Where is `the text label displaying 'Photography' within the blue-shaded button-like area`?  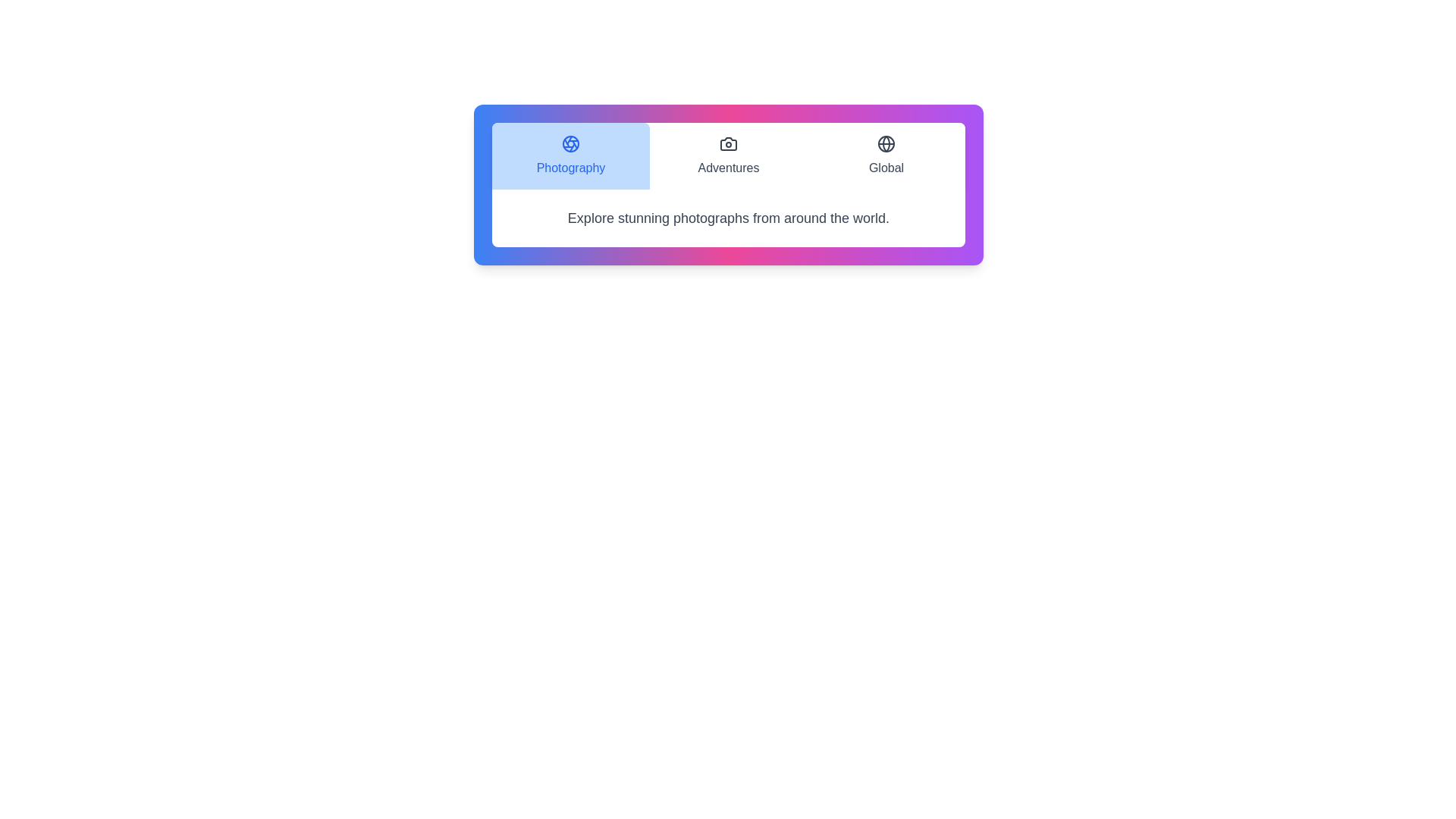 the text label displaying 'Photography' within the blue-shaded button-like area is located at coordinates (570, 168).